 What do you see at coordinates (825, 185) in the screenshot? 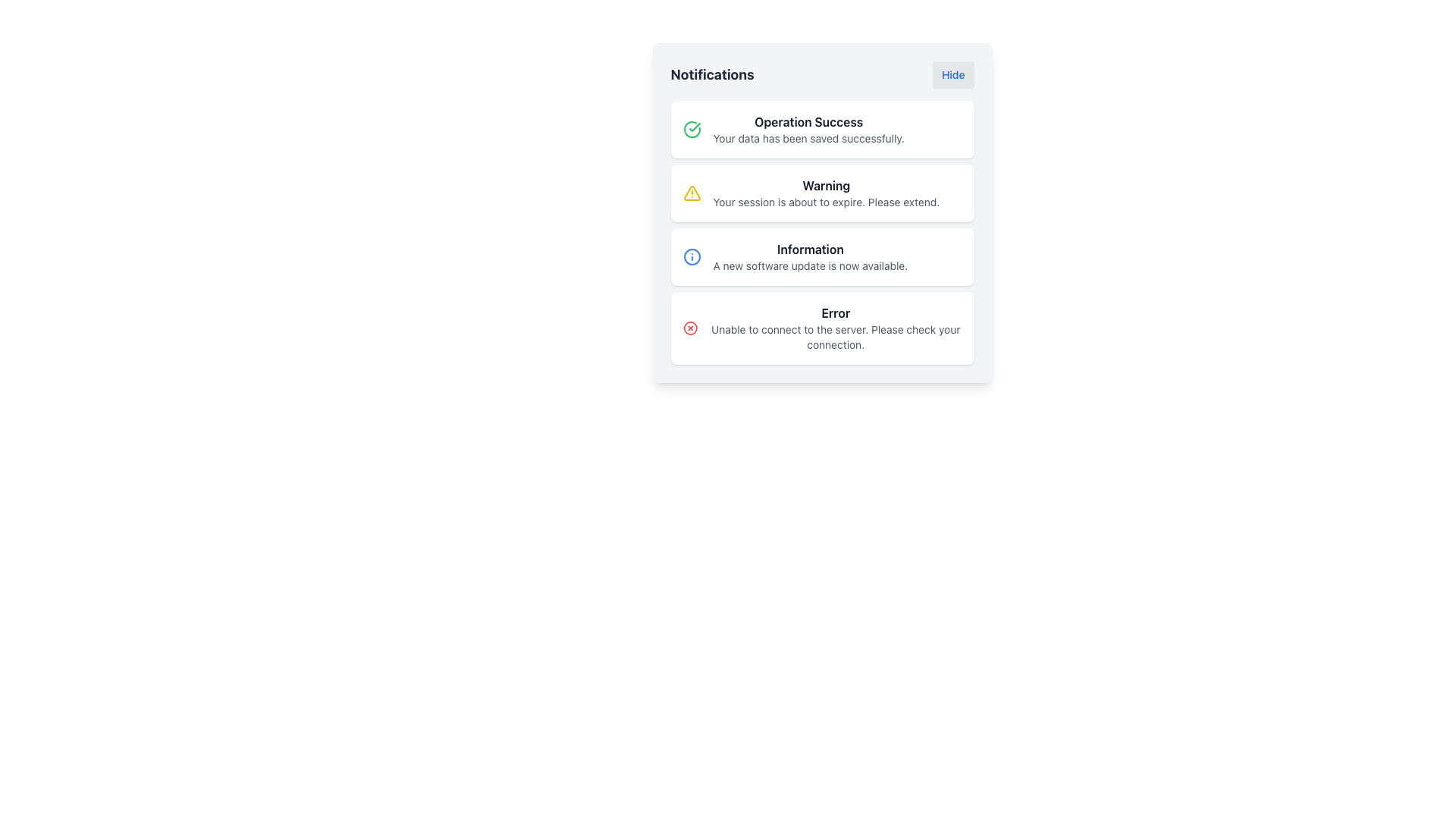
I see `text 'Warning' from the title text label of the second notification message in the notification panel` at bounding box center [825, 185].